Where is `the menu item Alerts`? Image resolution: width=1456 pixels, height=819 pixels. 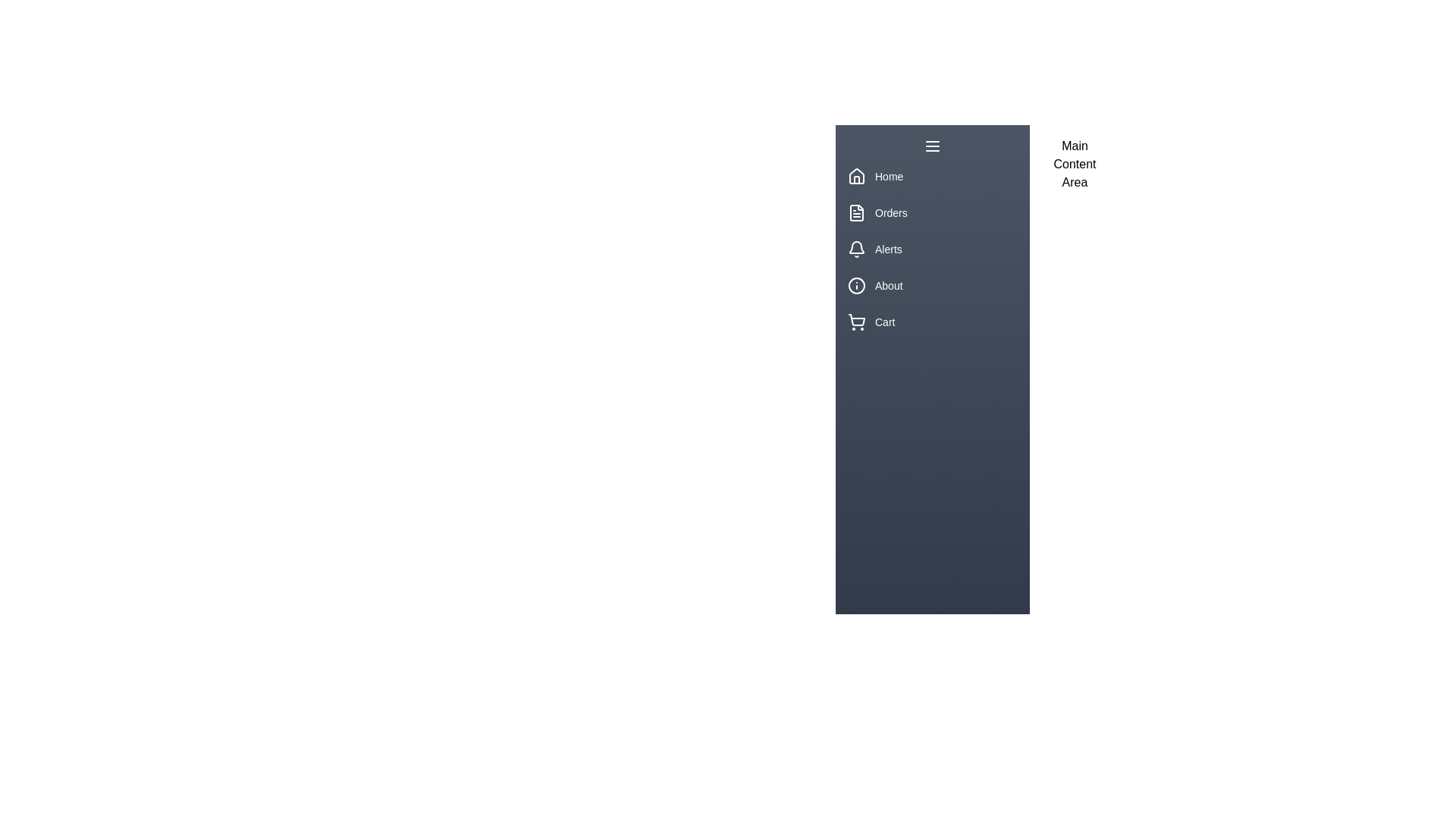
the menu item Alerts is located at coordinates (931, 248).